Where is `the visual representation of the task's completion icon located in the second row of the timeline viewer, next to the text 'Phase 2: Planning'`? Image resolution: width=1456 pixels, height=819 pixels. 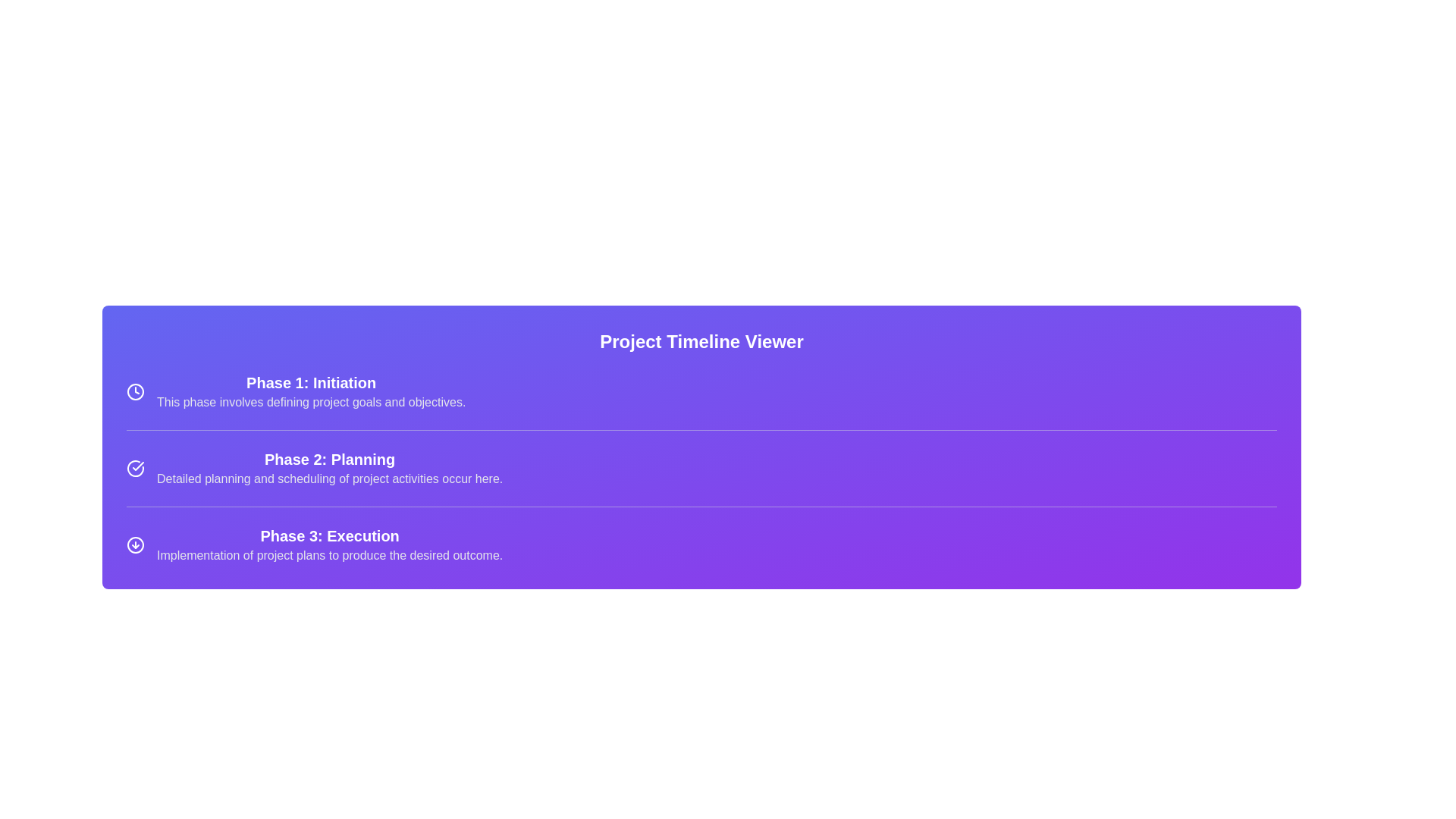 the visual representation of the task's completion icon located in the second row of the timeline viewer, next to the text 'Phase 2: Planning' is located at coordinates (138, 465).